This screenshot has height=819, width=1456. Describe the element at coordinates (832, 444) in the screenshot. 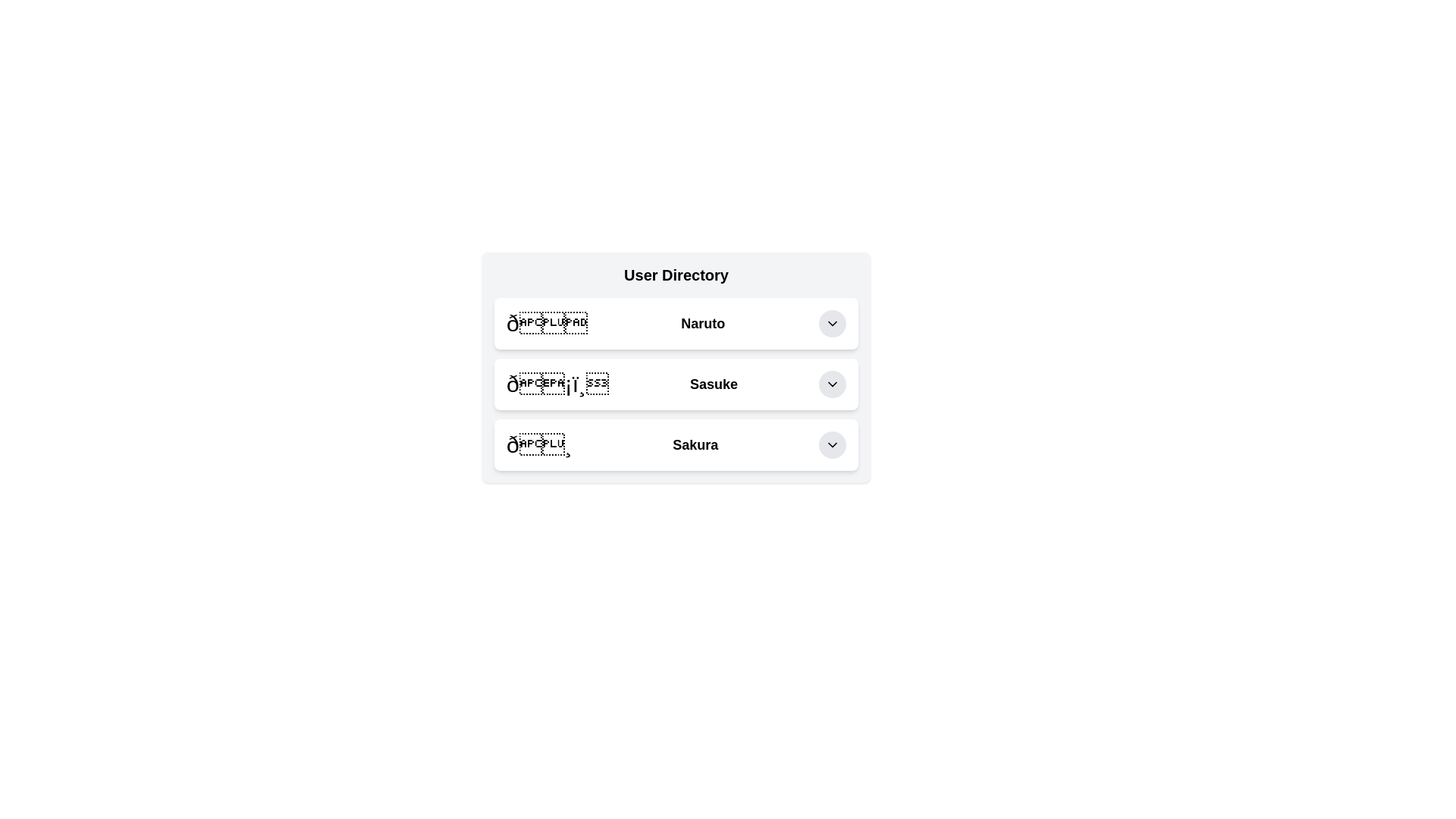

I see `the chevron-down icon within the button located to the right of the 'Sakura' text label in the 'User Directory' section` at that location.